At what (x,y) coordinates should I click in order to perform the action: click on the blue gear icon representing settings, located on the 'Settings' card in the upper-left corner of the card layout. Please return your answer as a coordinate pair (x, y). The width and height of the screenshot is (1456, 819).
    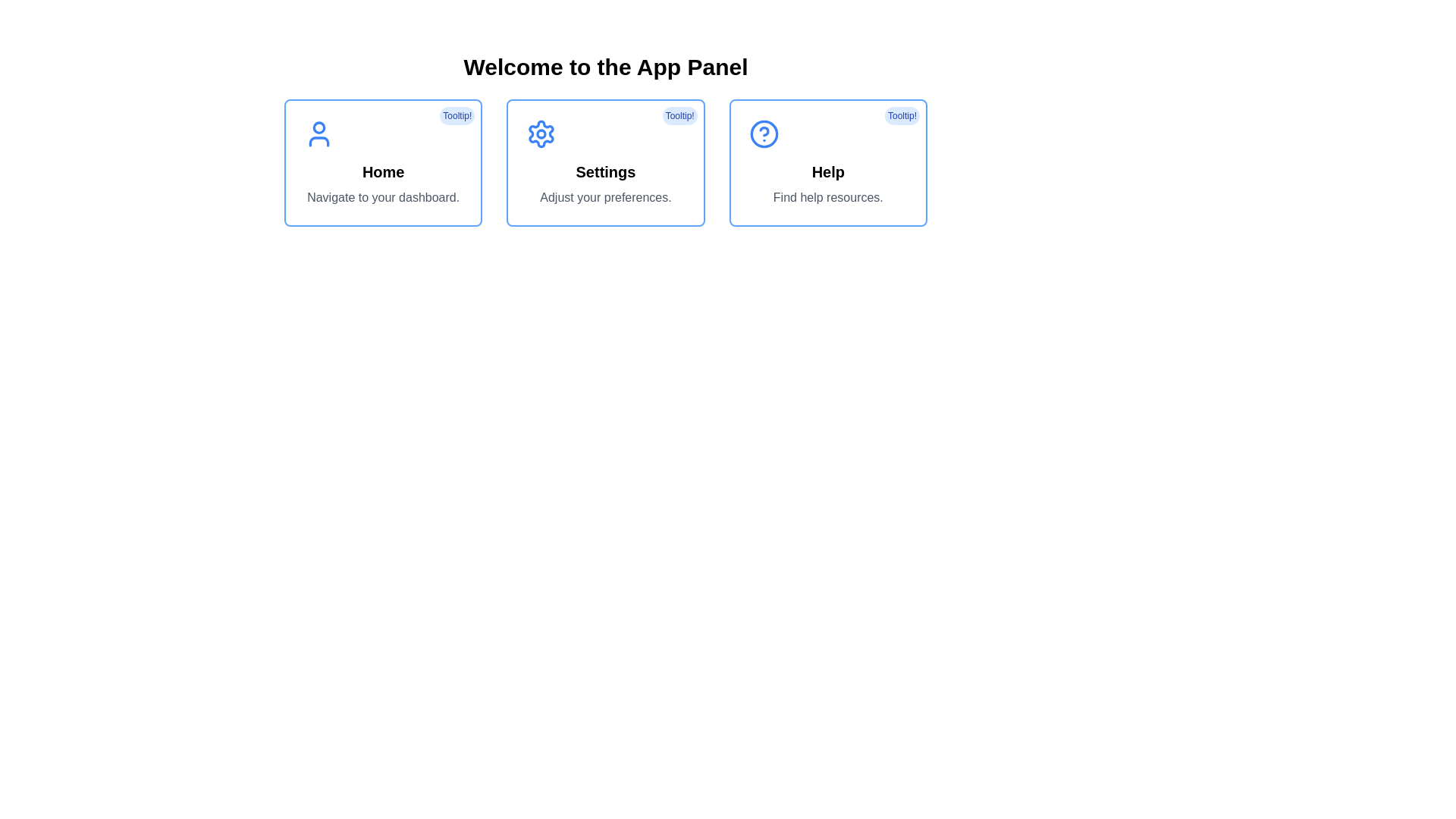
    Looking at the image, I should click on (604, 133).